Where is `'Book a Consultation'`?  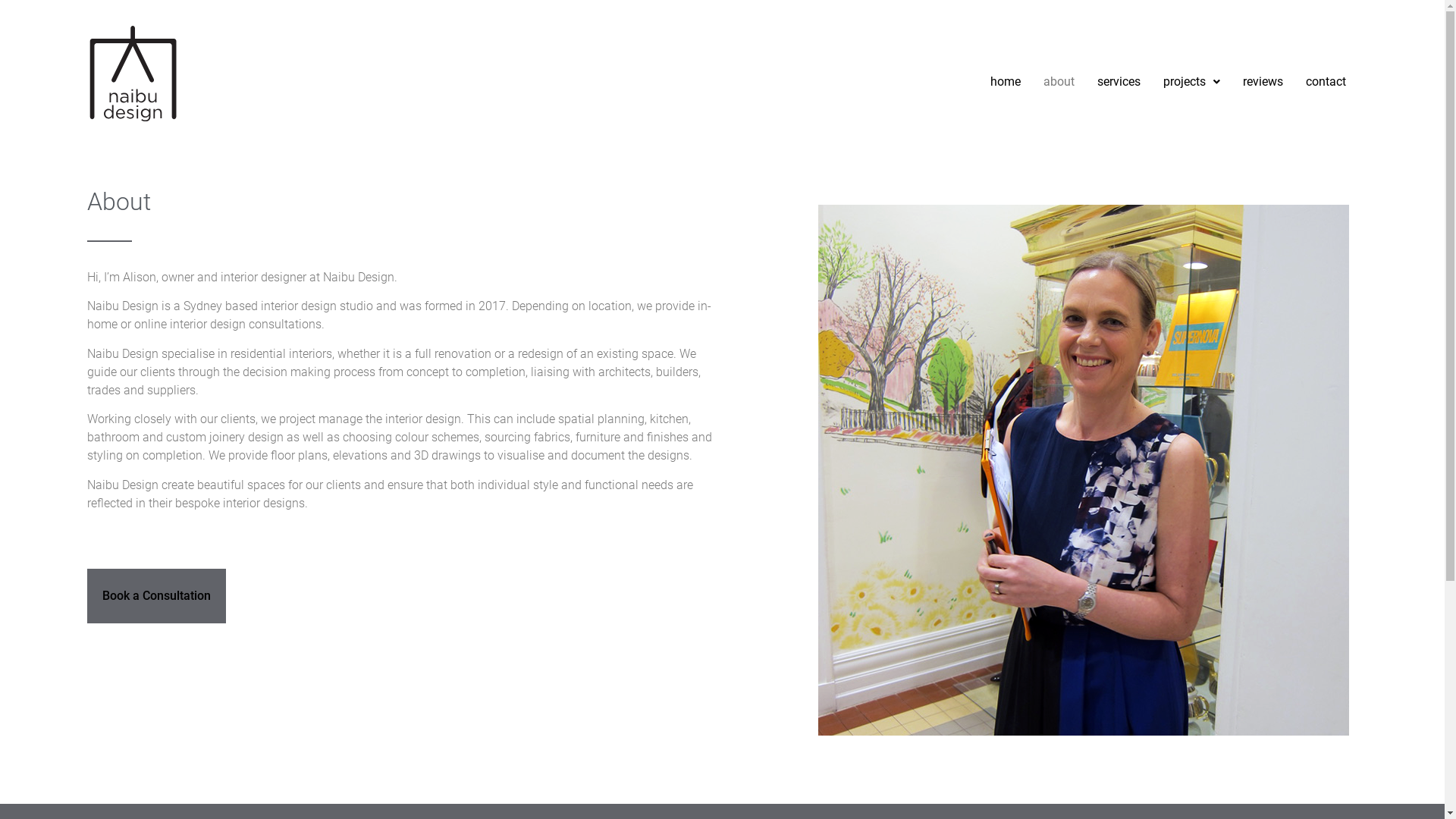
'Book a Consultation' is located at coordinates (86, 595).